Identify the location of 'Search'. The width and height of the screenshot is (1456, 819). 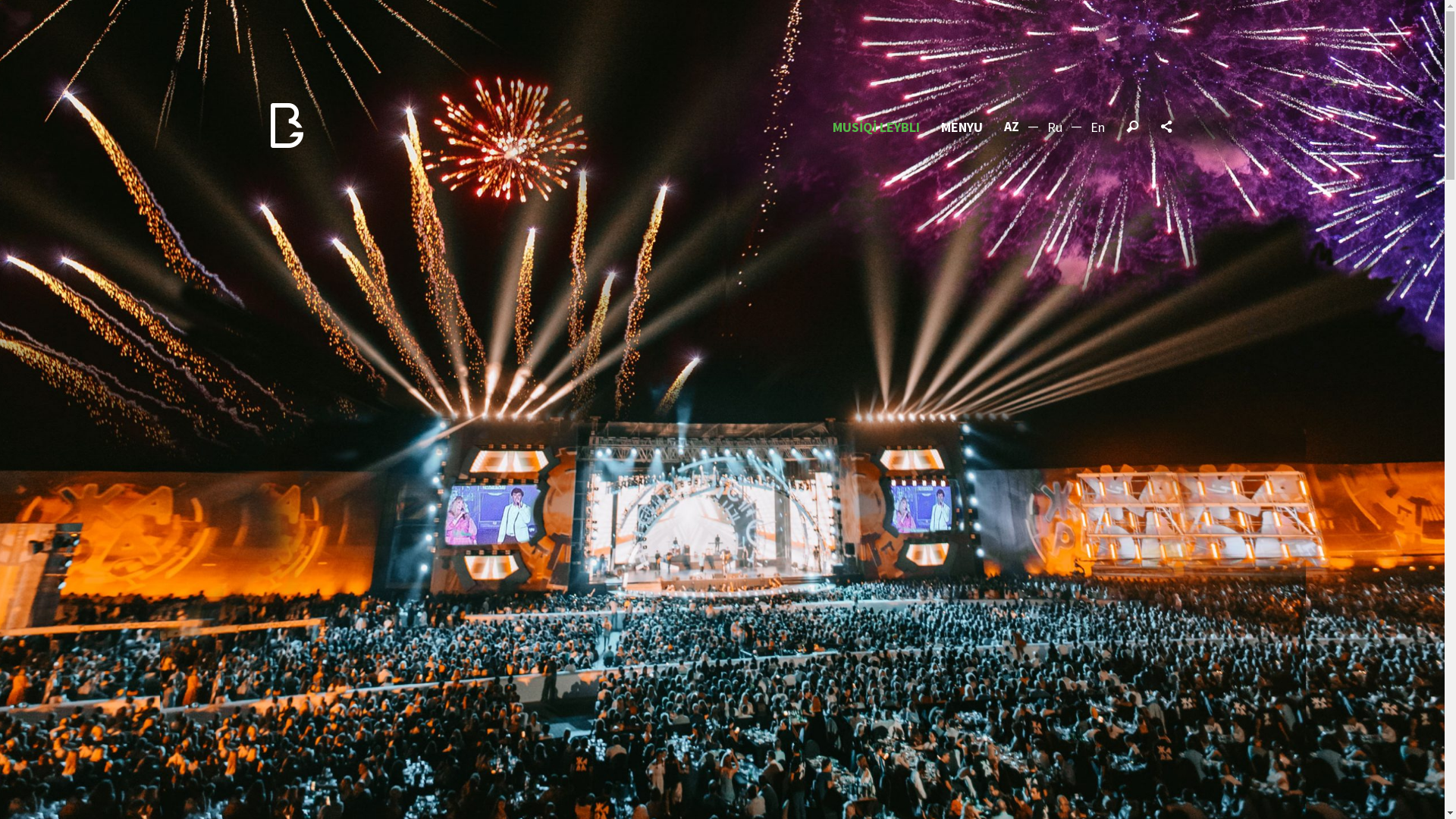
(1125, 126).